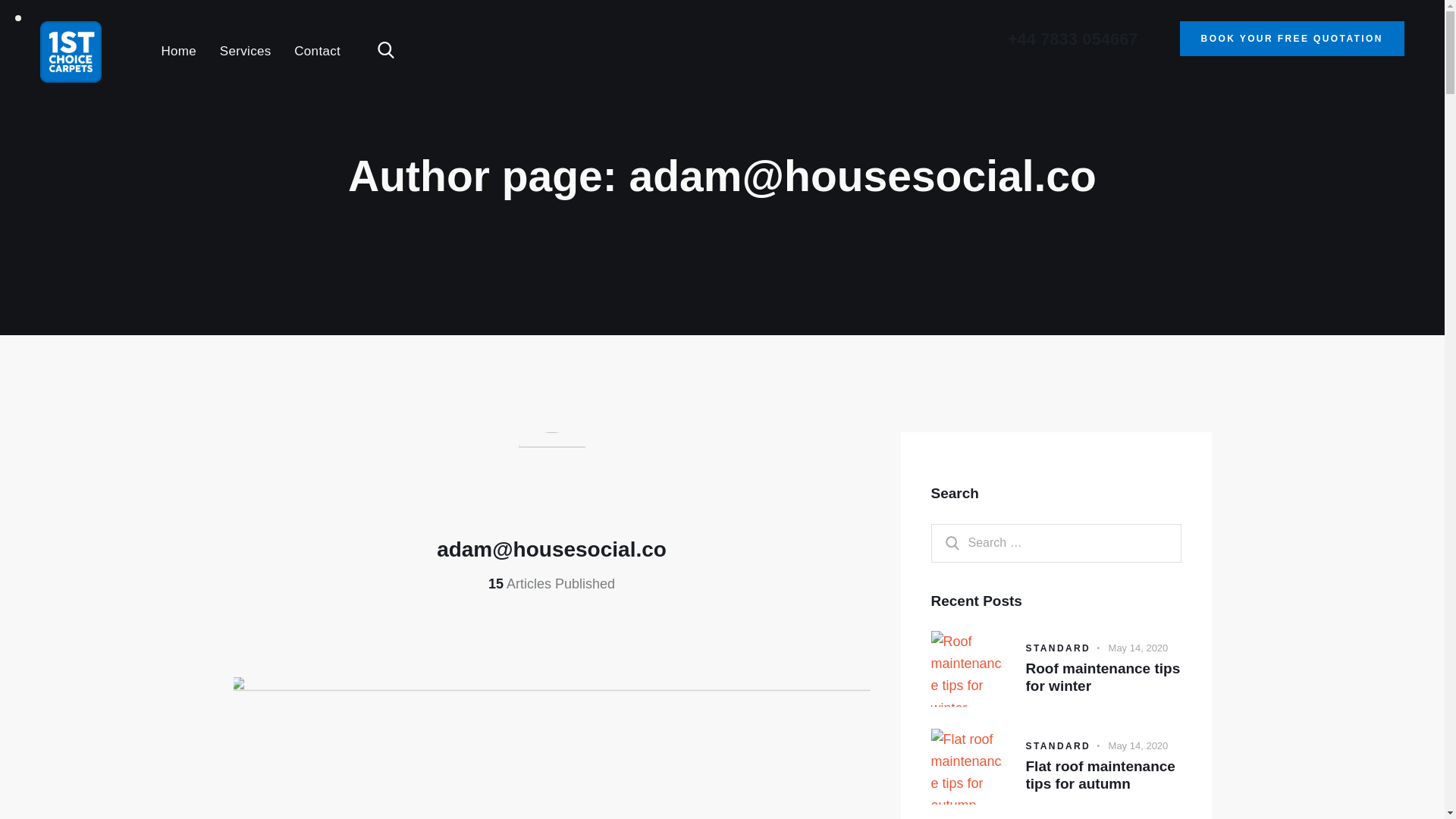 The image size is (1456, 819). I want to click on 'Roof maintenance tips for winter', so click(1025, 677).